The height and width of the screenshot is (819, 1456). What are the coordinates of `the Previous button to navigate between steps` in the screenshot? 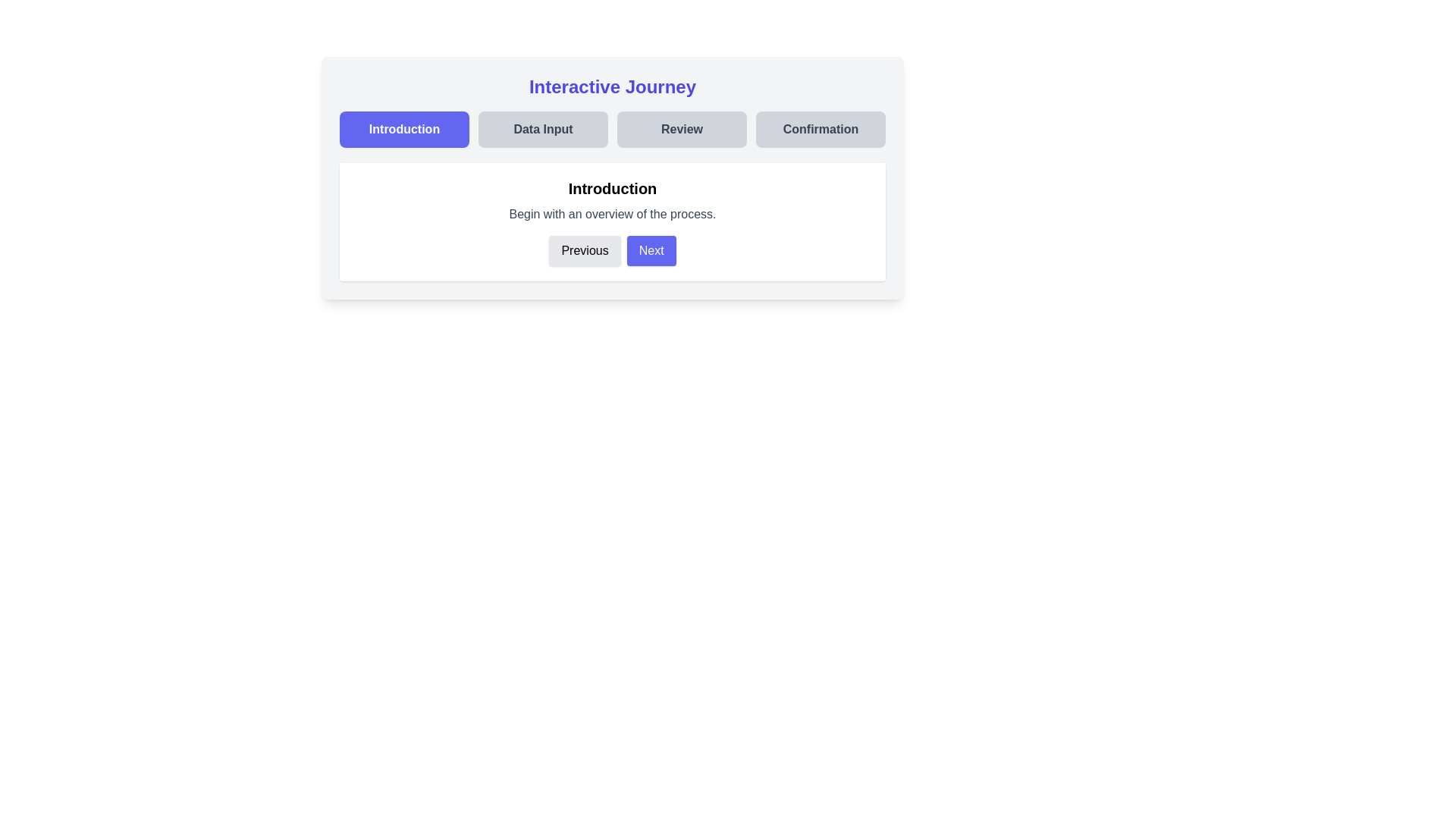 It's located at (584, 250).